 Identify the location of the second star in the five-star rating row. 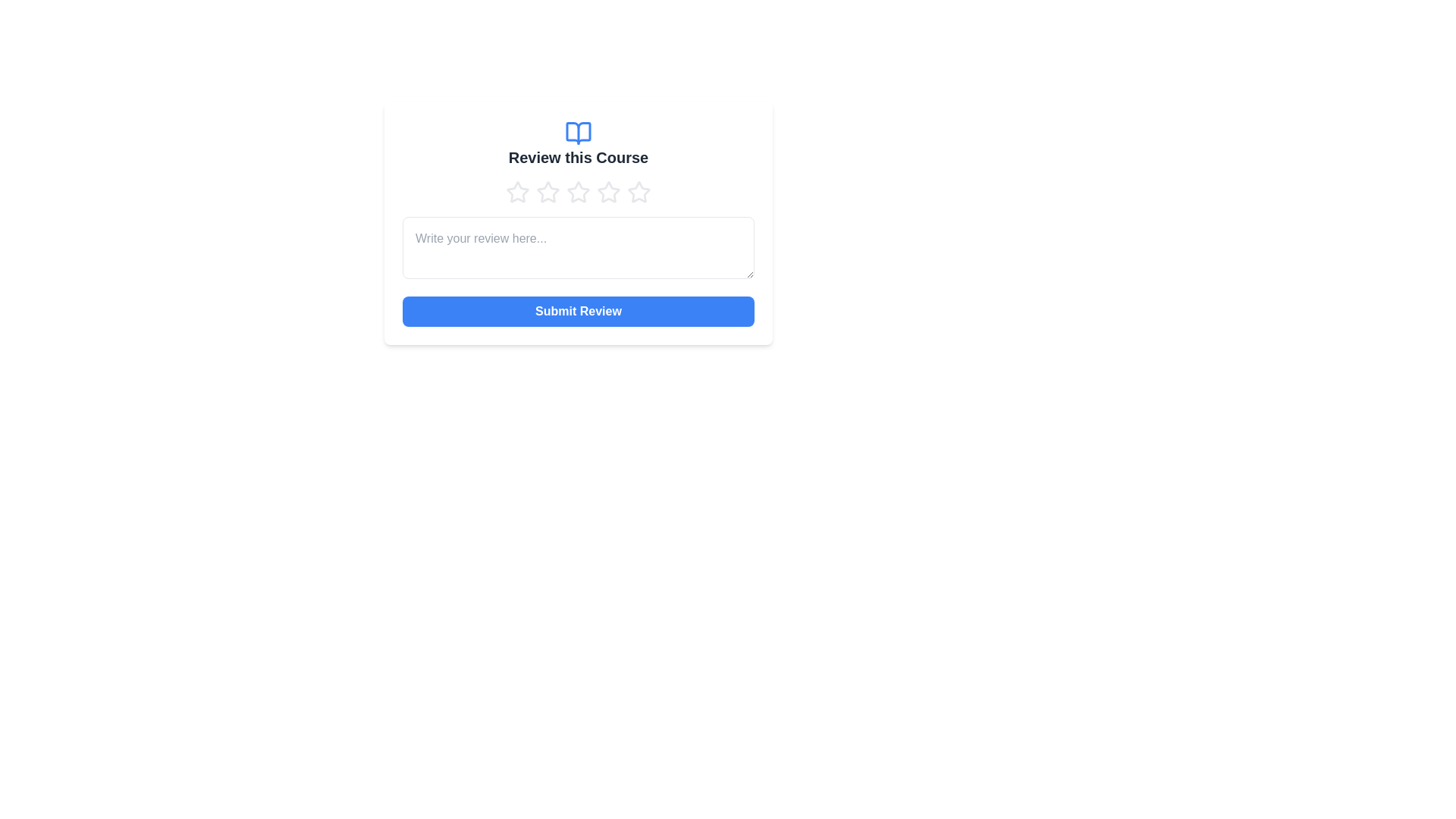
(546, 191).